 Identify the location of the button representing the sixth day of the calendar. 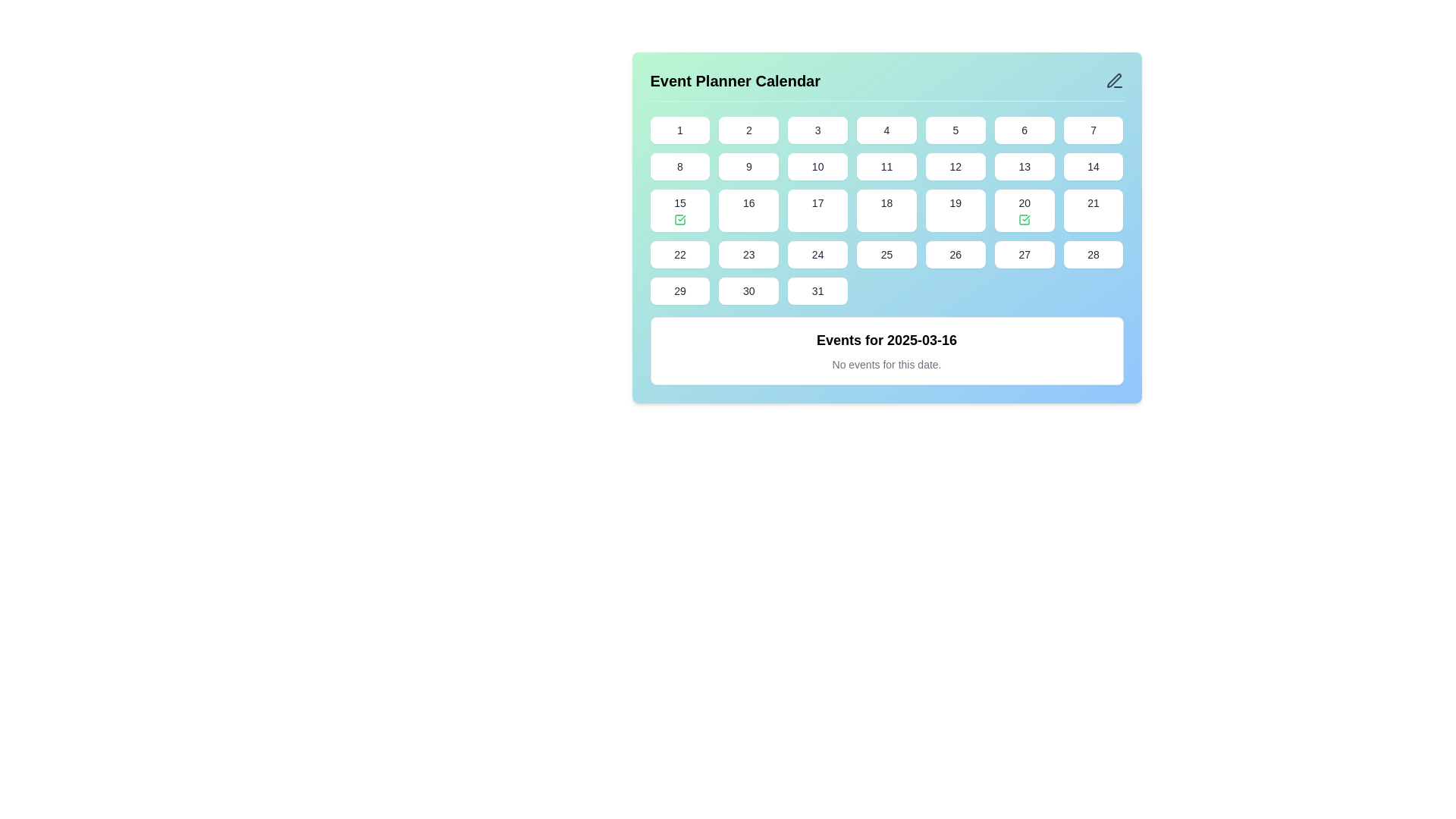
(1025, 130).